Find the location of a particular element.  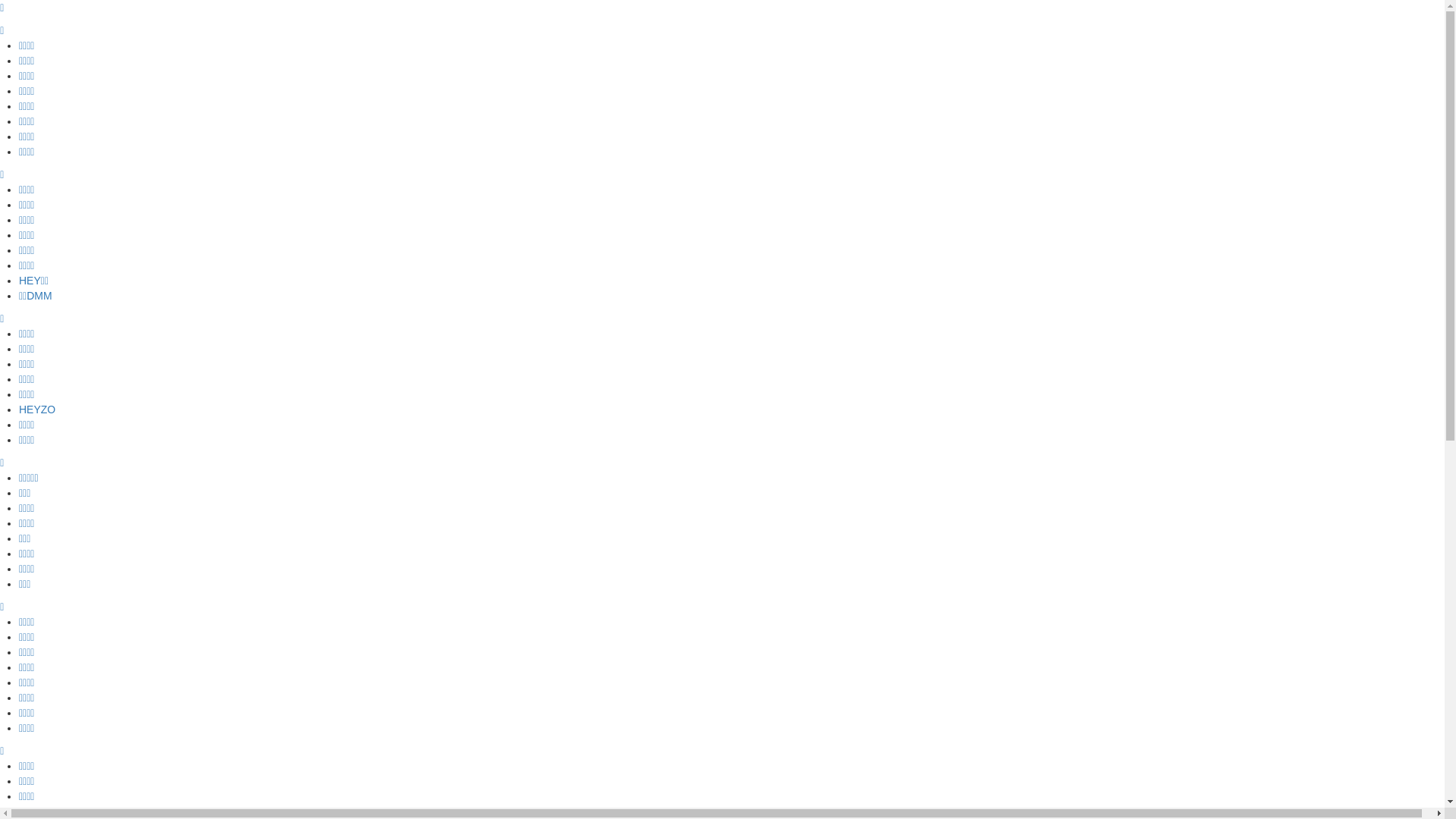

'HEYZO' is located at coordinates (36, 409).